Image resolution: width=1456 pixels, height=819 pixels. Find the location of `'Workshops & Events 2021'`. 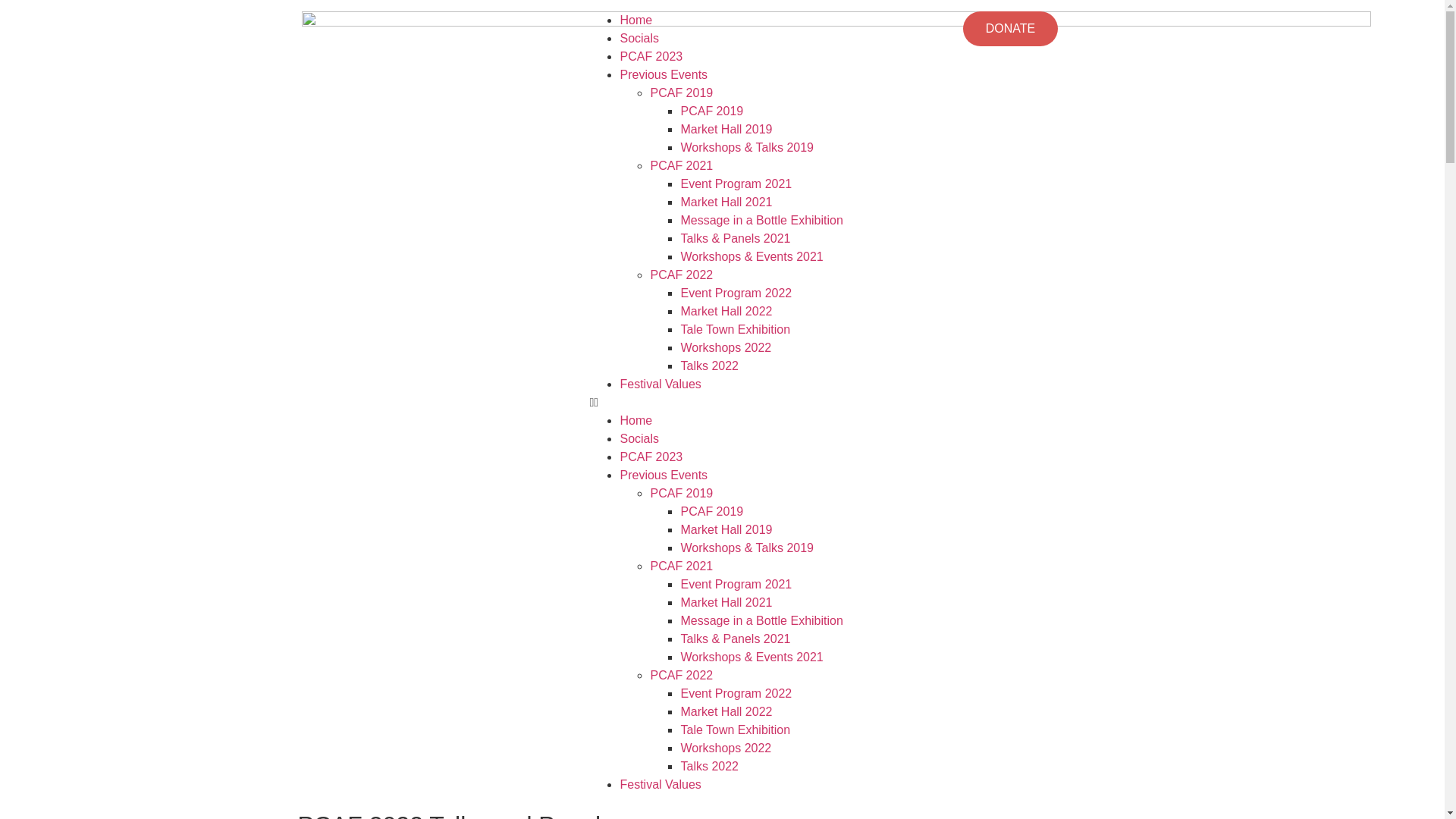

'Workshops & Events 2021' is located at coordinates (751, 656).